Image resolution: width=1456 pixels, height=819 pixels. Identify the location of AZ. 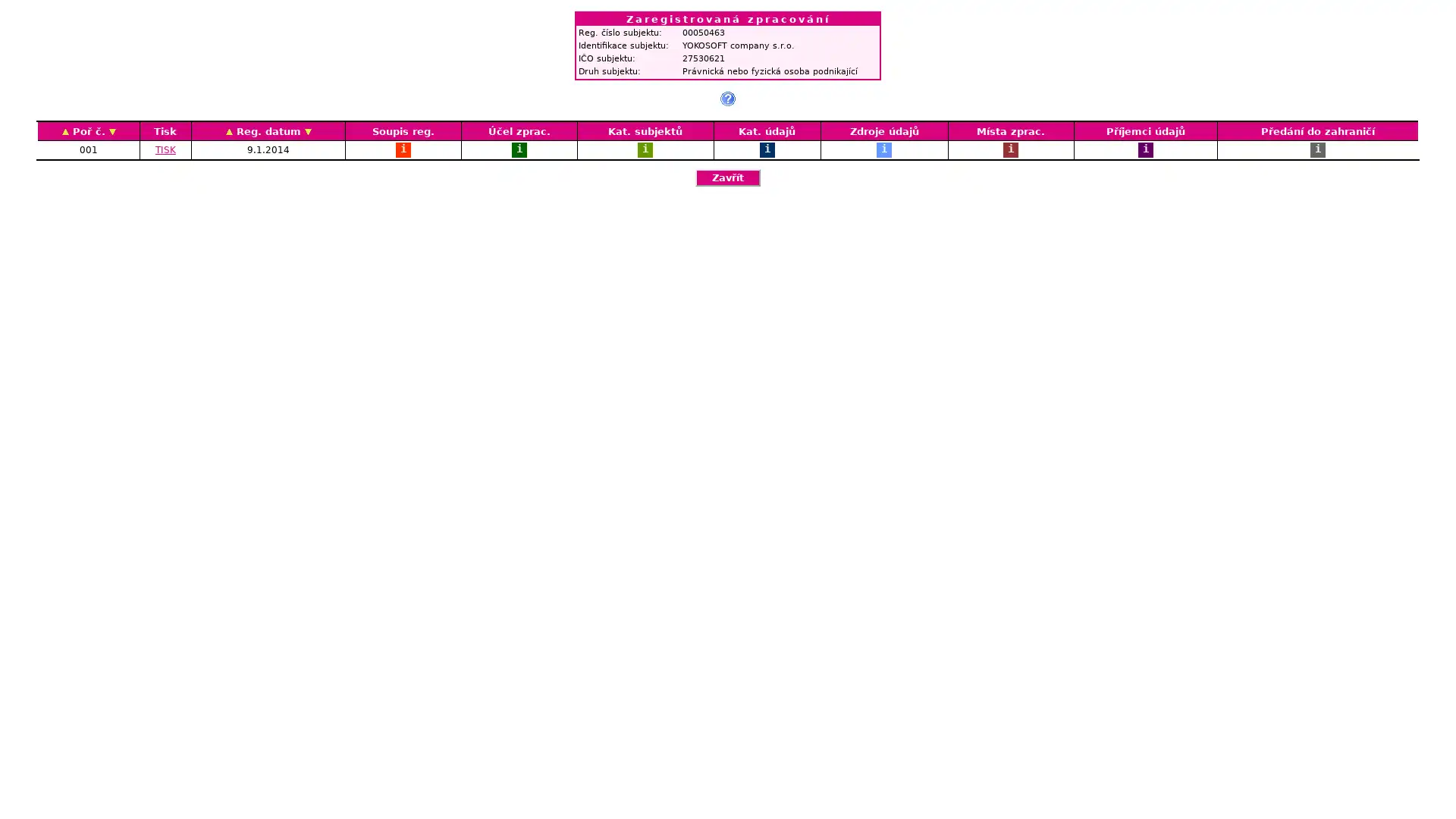
(227, 130).